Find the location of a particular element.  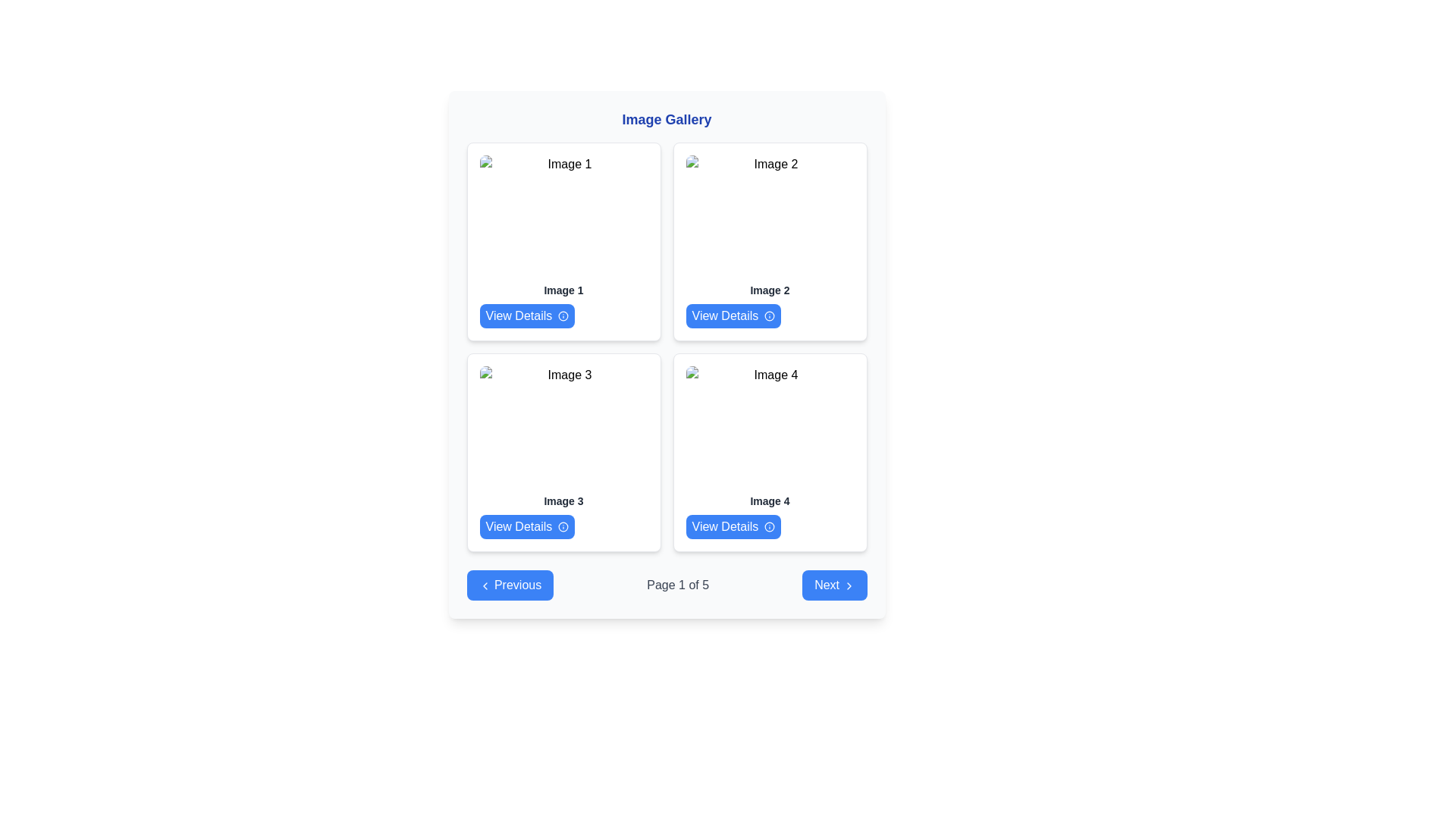

the text label displaying 'Page 1 of 5', which is located between the 'Previous' and 'Next' buttons in the pagination control area is located at coordinates (677, 584).